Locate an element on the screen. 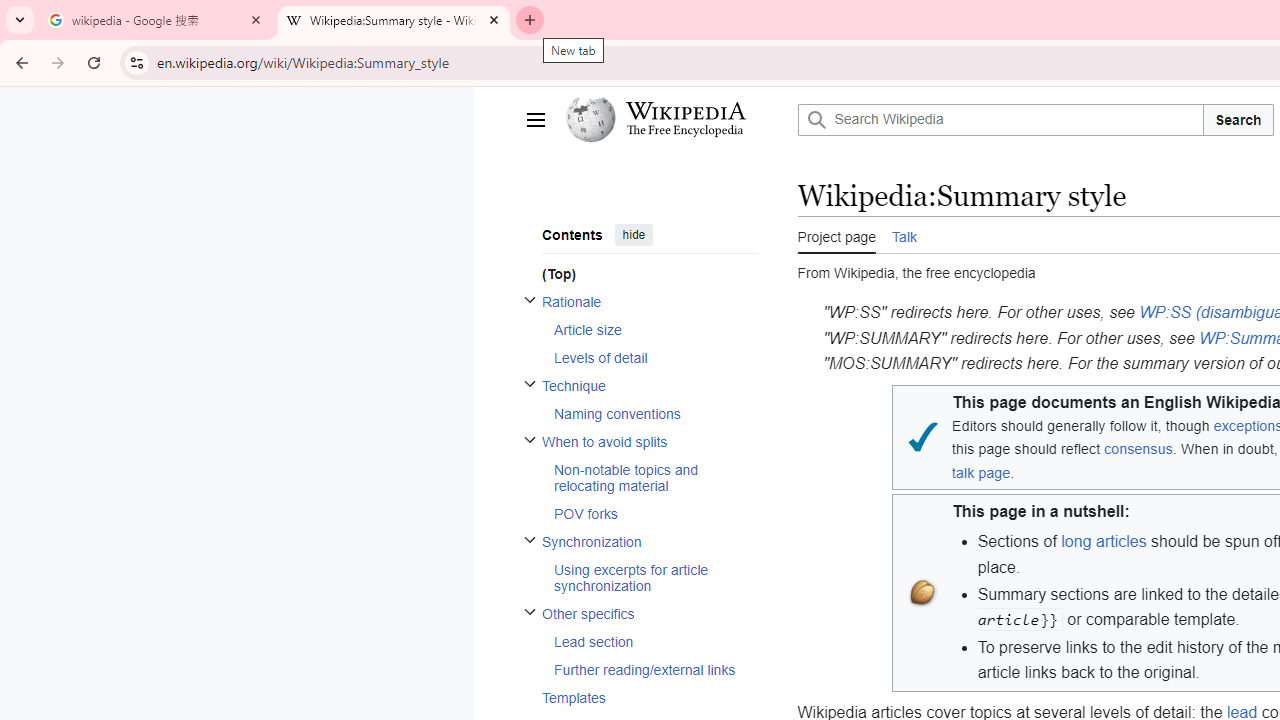 The height and width of the screenshot is (720, 1280). 'Toggle Technique subsection' is located at coordinates (529, 383).